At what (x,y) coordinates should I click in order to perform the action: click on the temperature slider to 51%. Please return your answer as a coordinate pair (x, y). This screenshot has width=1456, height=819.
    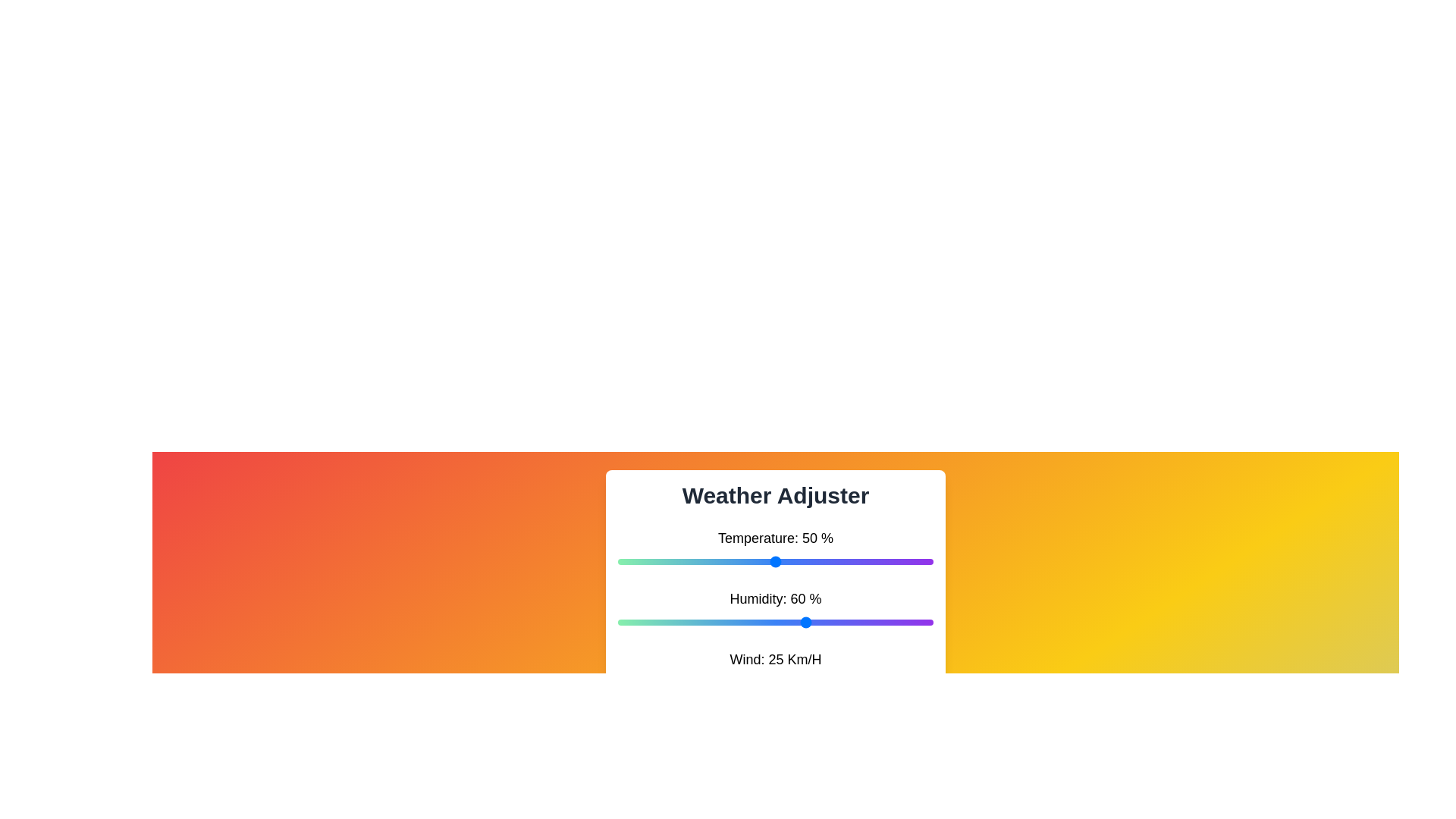
    Looking at the image, I should click on (779, 561).